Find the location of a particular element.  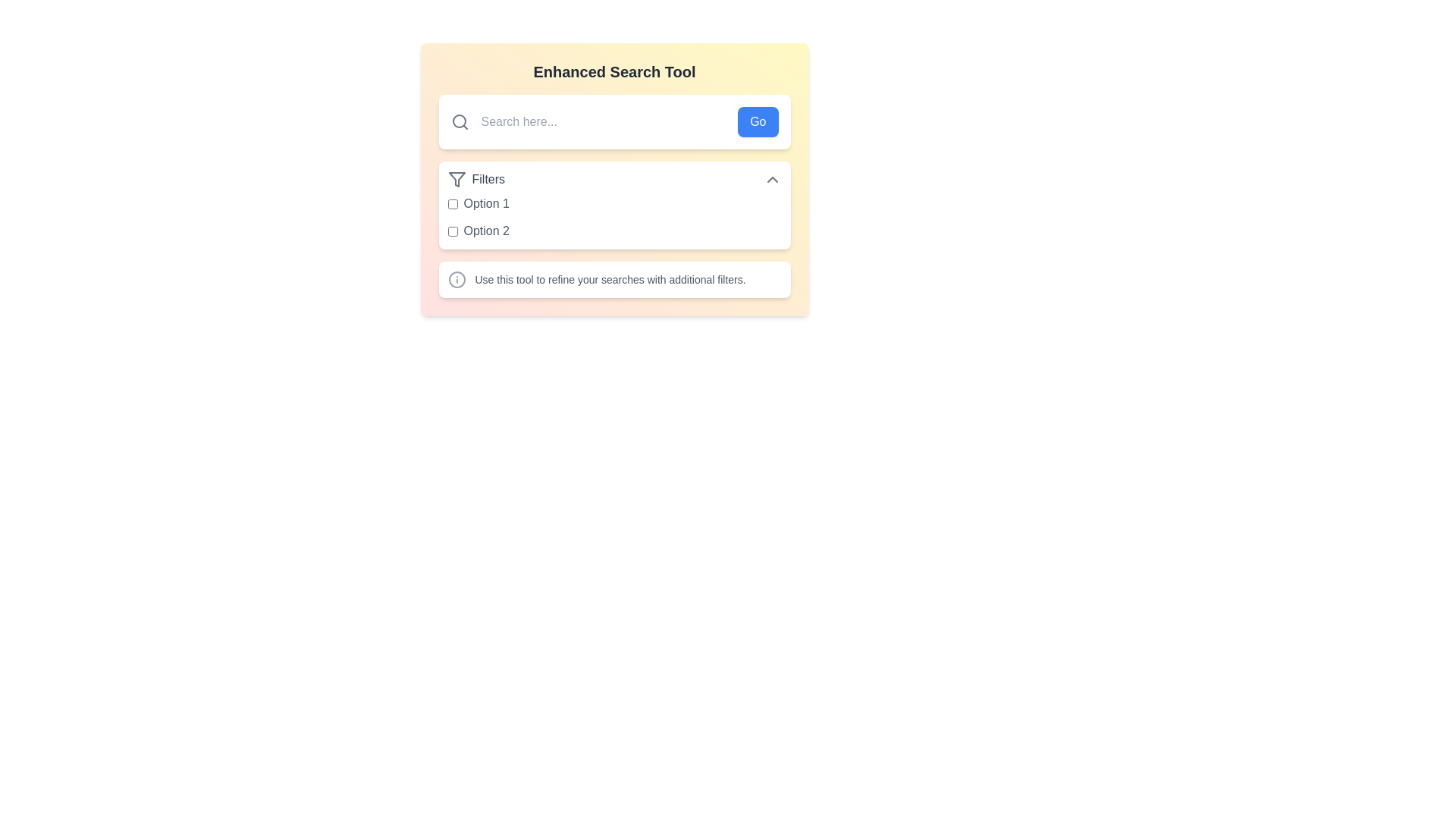

the text label displaying 'Option 2' in gray color, styled in sans-serif font is located at coordinates (486, 231).